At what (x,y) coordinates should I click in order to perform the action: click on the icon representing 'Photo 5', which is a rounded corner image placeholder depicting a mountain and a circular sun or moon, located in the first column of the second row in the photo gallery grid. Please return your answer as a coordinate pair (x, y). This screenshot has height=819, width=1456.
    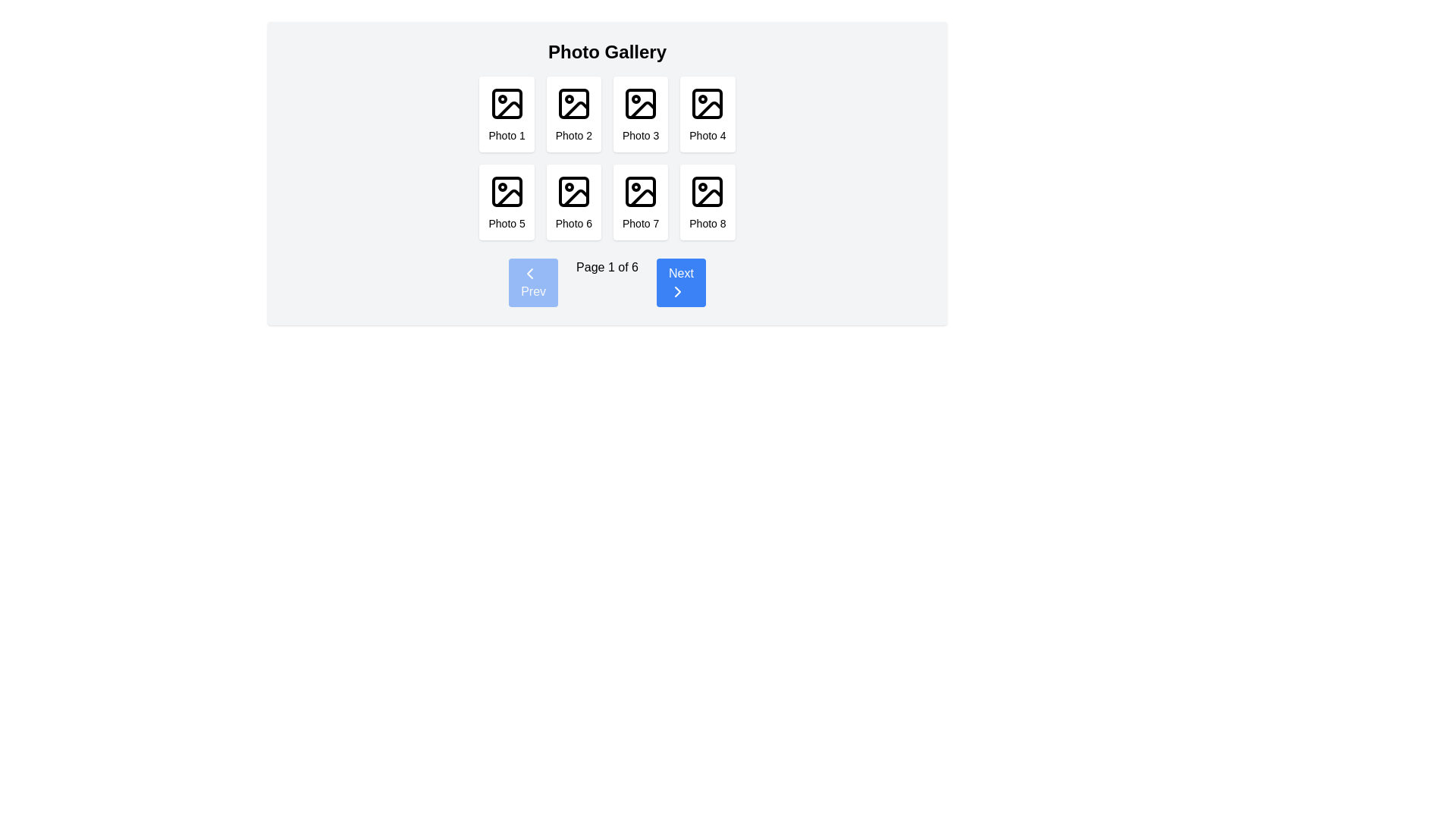
    Looking at the image, I should click on (507, 191).